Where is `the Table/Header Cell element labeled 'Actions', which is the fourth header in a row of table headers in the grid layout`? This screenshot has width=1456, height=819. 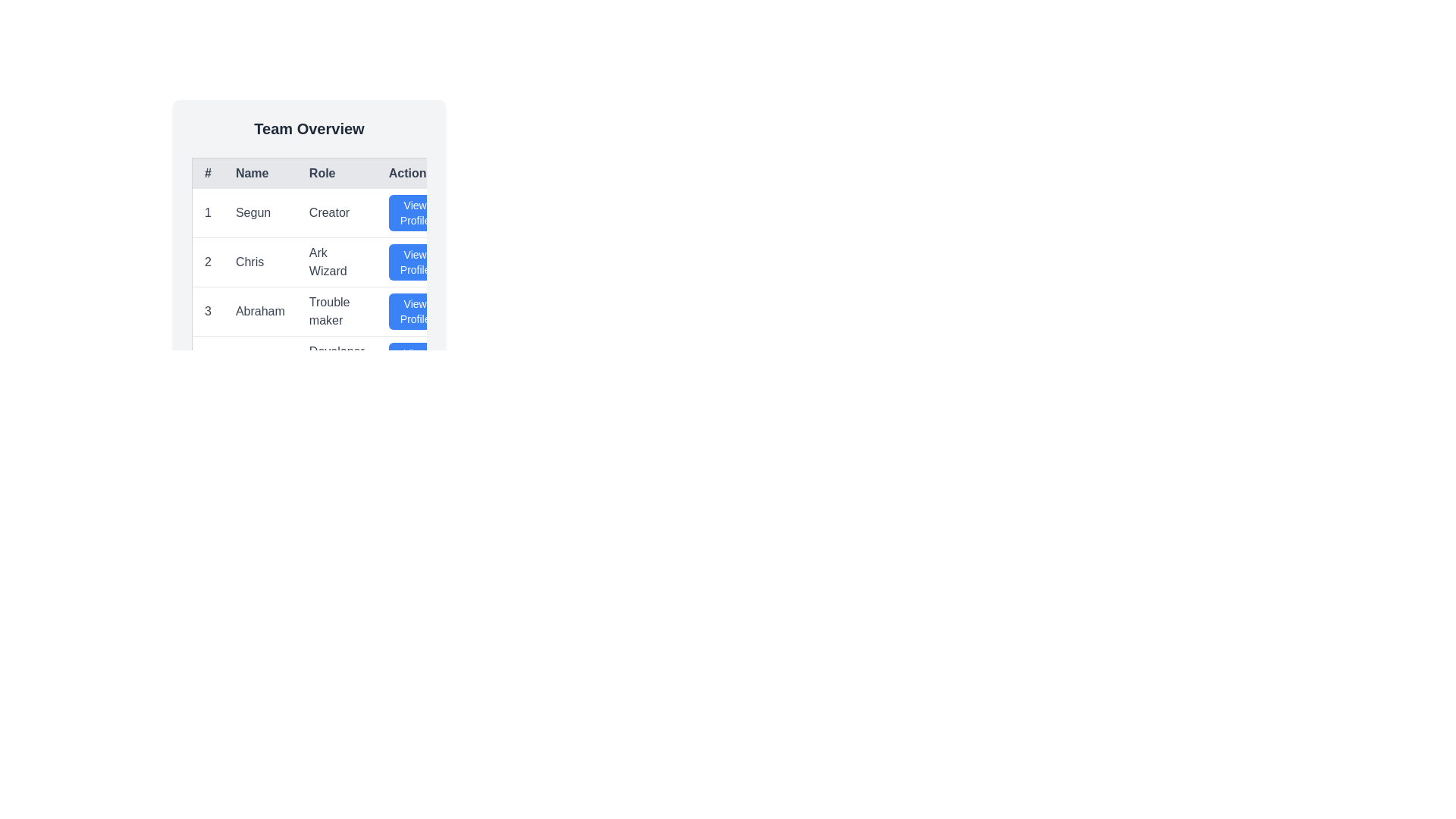
the Table/Header Cell element labeled 'Actions', which is the fourth header in a row of table headers in the grid layout is located at coordinates (422, 172).